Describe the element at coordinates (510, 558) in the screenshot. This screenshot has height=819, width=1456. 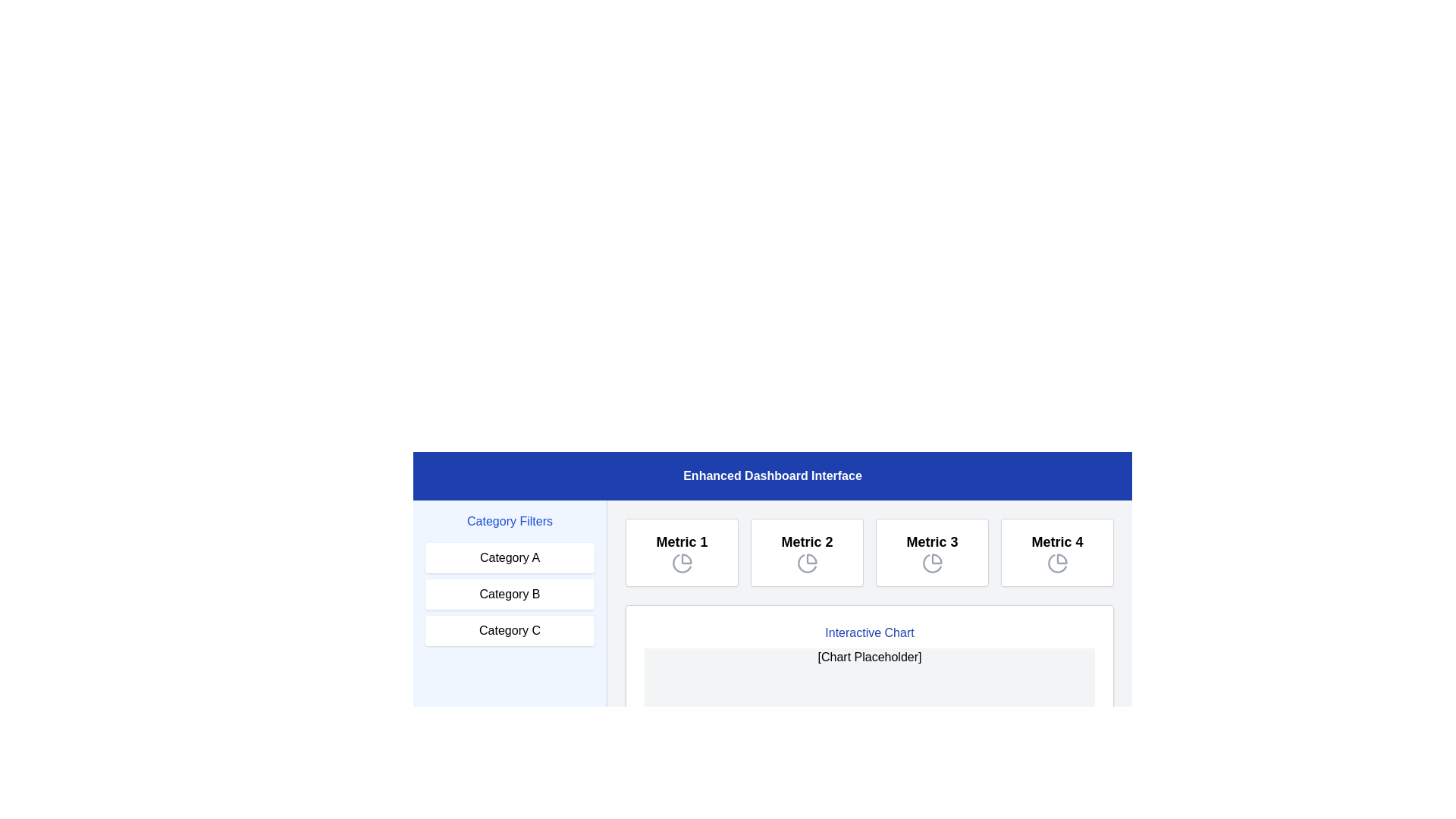
I see `the 'Category A' button using keyboard navigation` at that location.